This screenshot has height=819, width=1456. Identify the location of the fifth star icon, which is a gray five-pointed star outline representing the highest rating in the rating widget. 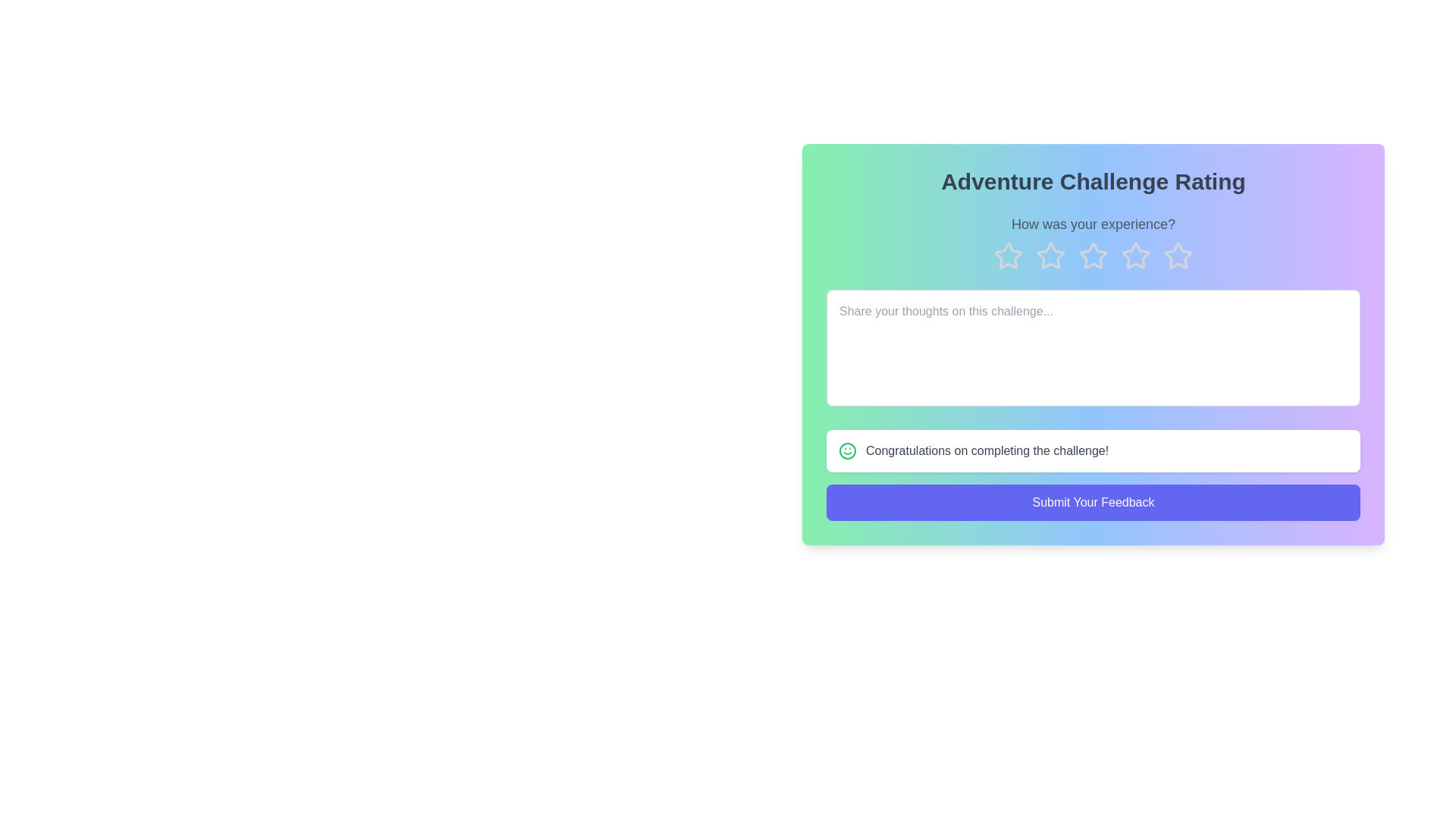
(1178, 255).